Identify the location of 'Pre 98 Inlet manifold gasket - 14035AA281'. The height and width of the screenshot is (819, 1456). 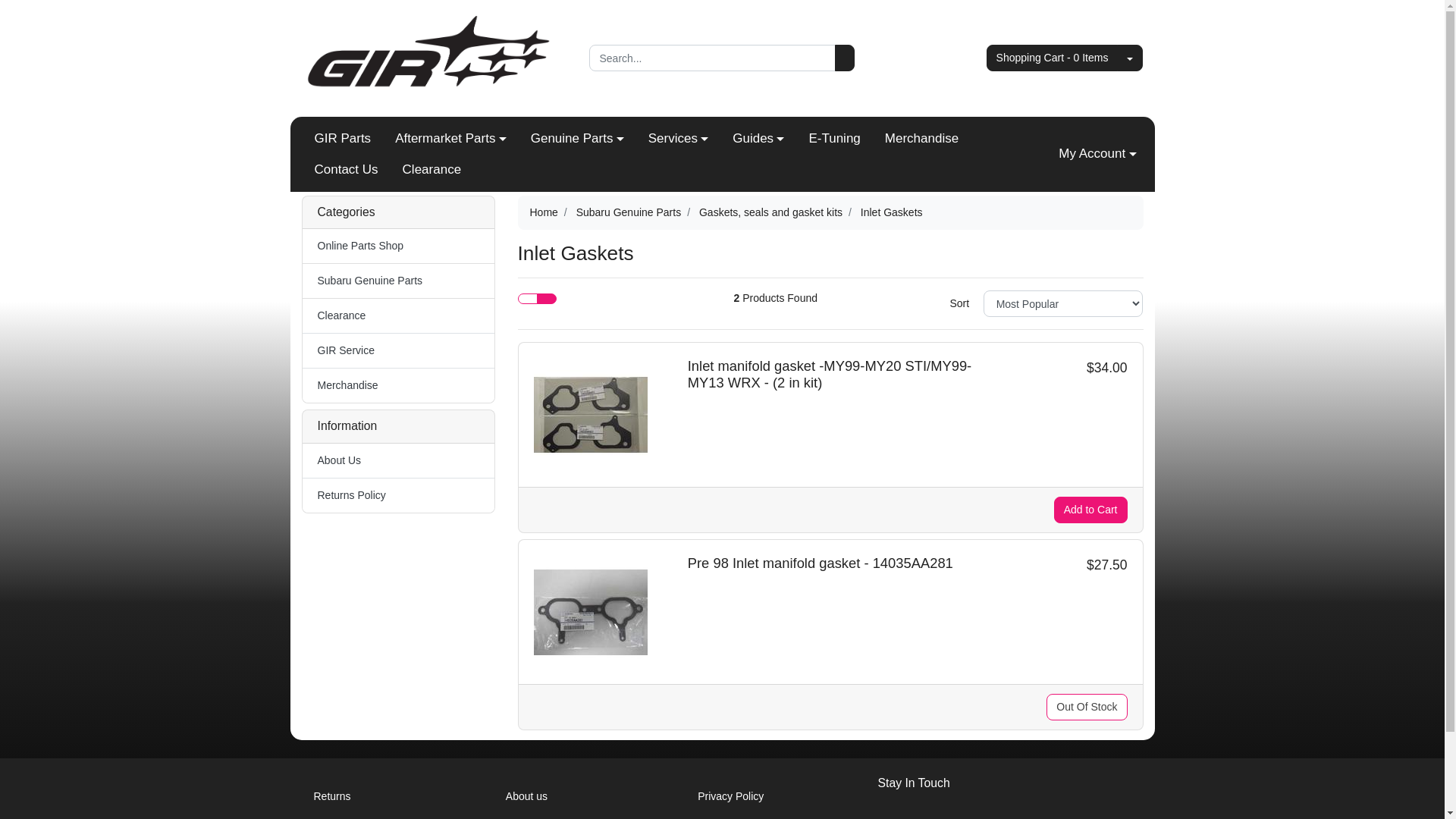
(819, 563).